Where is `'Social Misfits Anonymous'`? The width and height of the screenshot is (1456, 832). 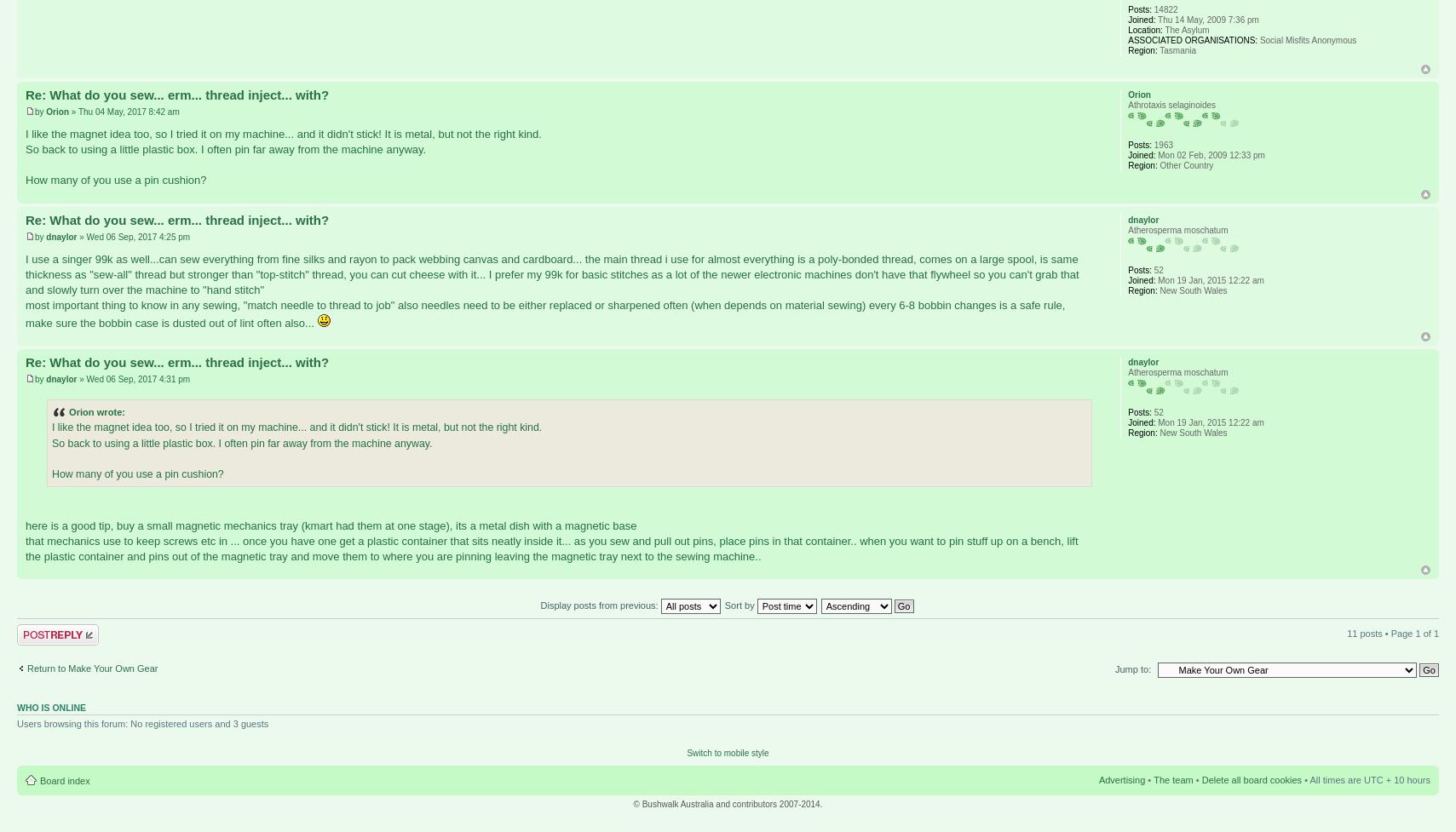
'Social Misfits Anonymous' is located at coordinates (1257, 39).